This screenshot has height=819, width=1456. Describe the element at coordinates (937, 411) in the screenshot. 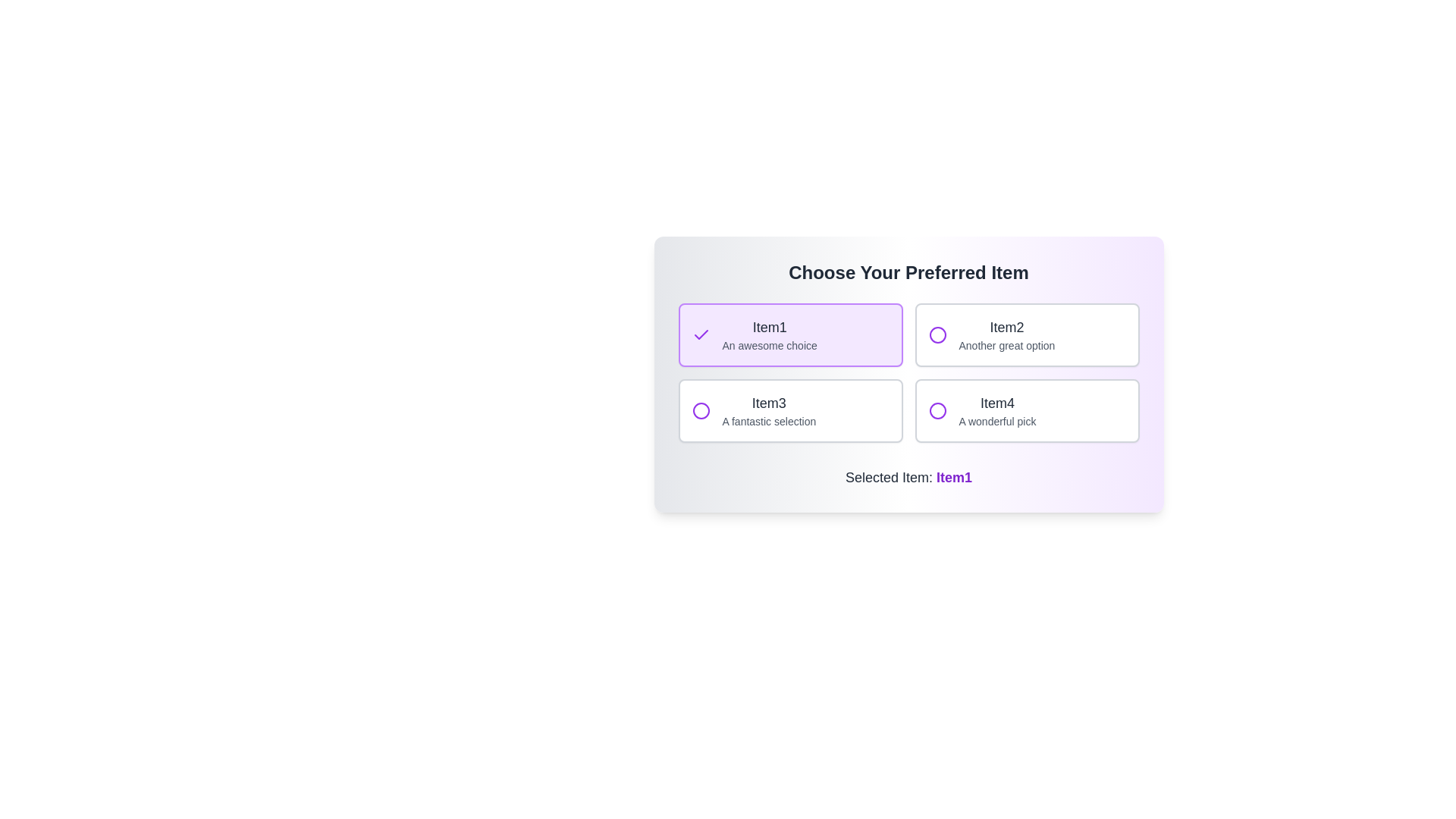

I see `the unselected radio button located in the lower-right quadrant of the selection grid` at that location.